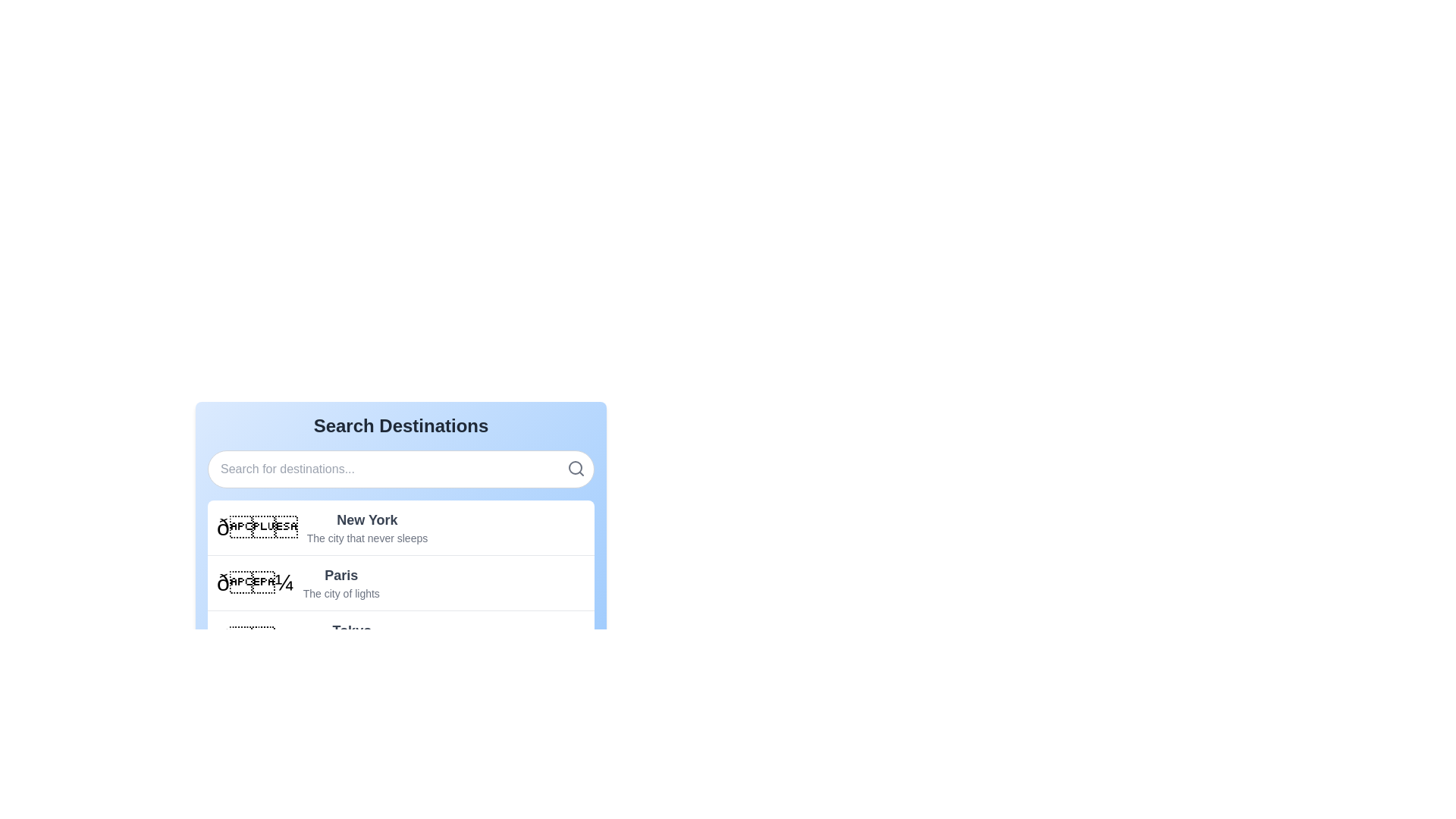 This screenshot has width=1456, height=819. Describe the element at coordinates (400, 582) in the screenshot. I see `the list item entry for 'Paris'` at that location.